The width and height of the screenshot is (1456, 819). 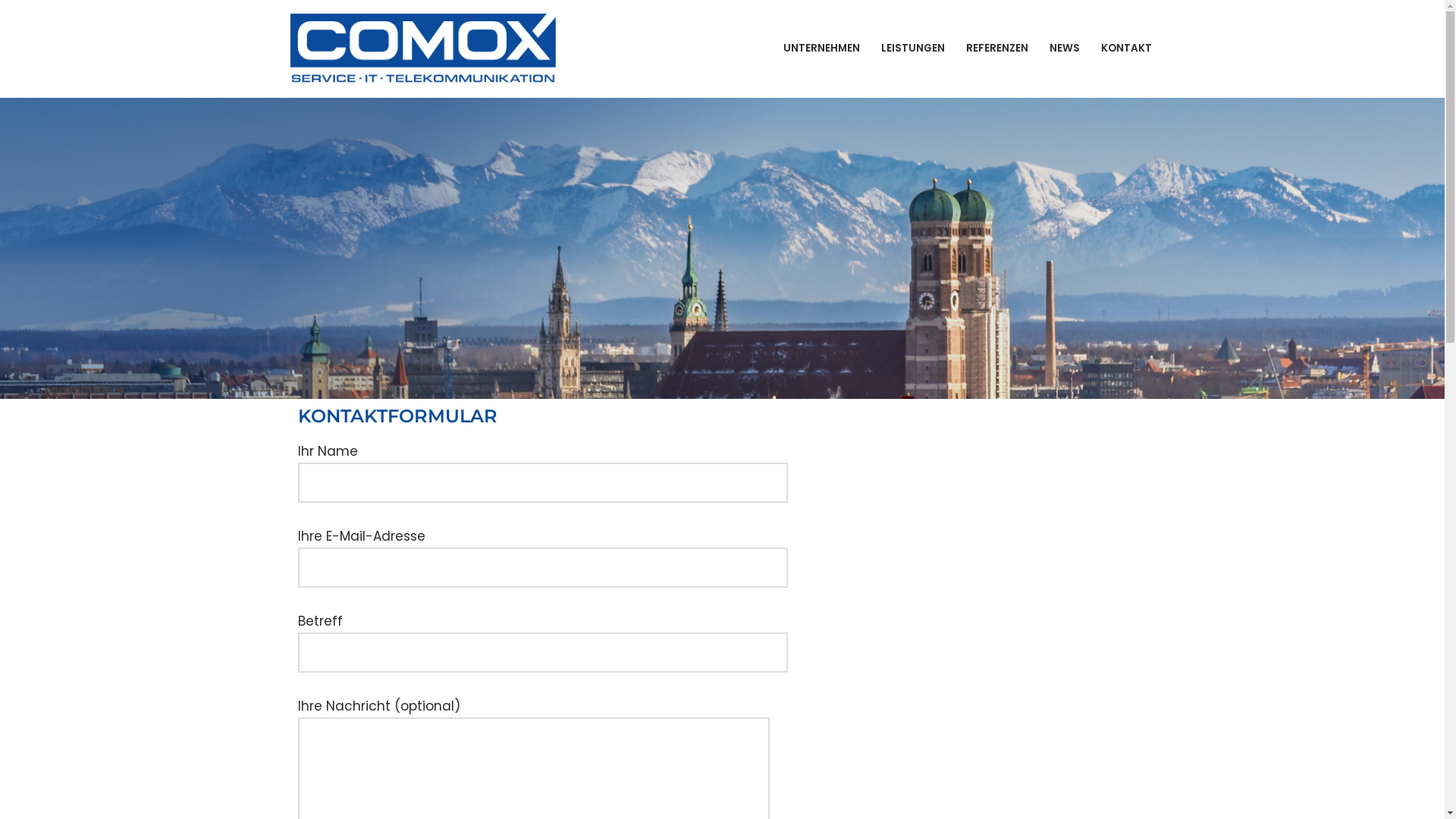 I want to click on 'LEISTUNGEN', so click(x=912, y=47).